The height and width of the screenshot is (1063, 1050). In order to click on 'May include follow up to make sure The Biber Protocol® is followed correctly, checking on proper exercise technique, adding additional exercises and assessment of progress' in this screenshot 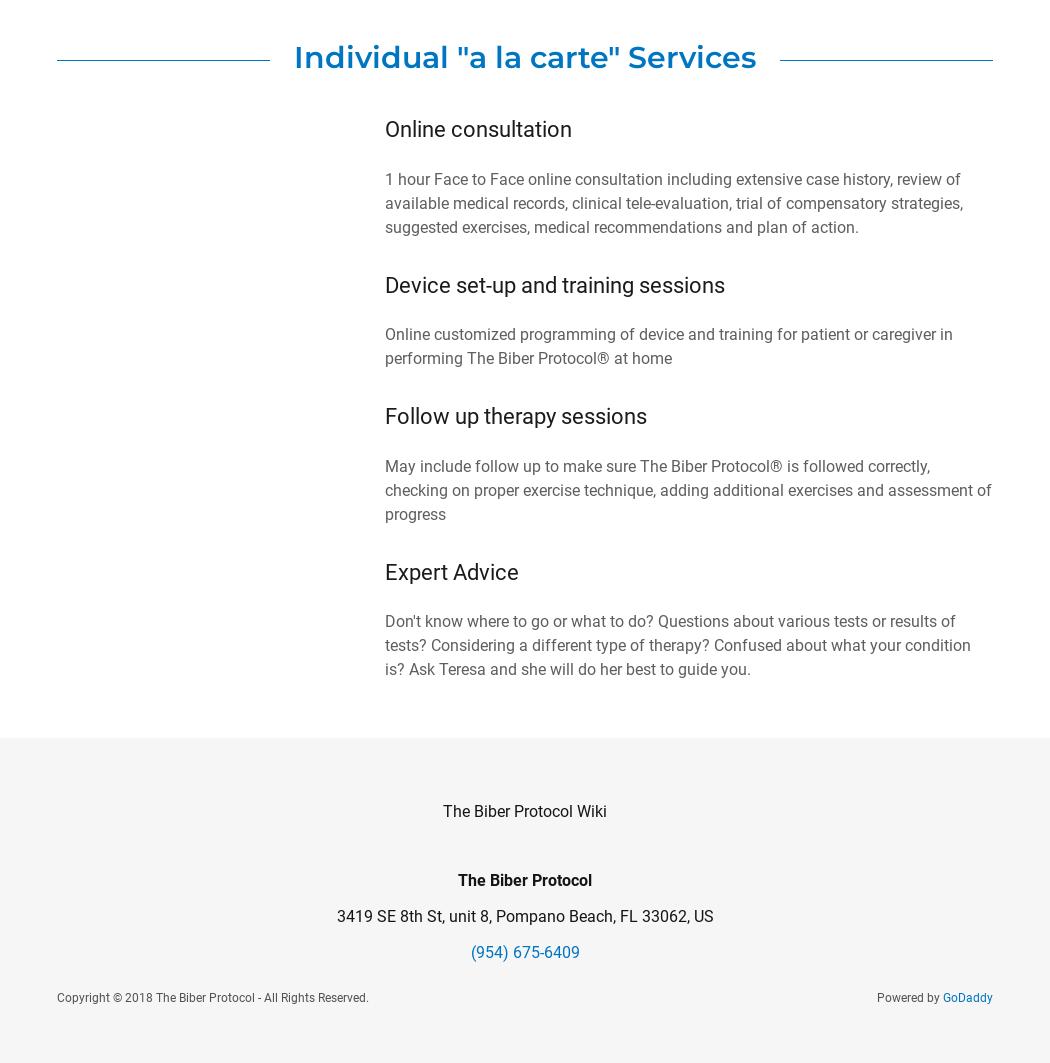, I will do `click(688, 489)`.